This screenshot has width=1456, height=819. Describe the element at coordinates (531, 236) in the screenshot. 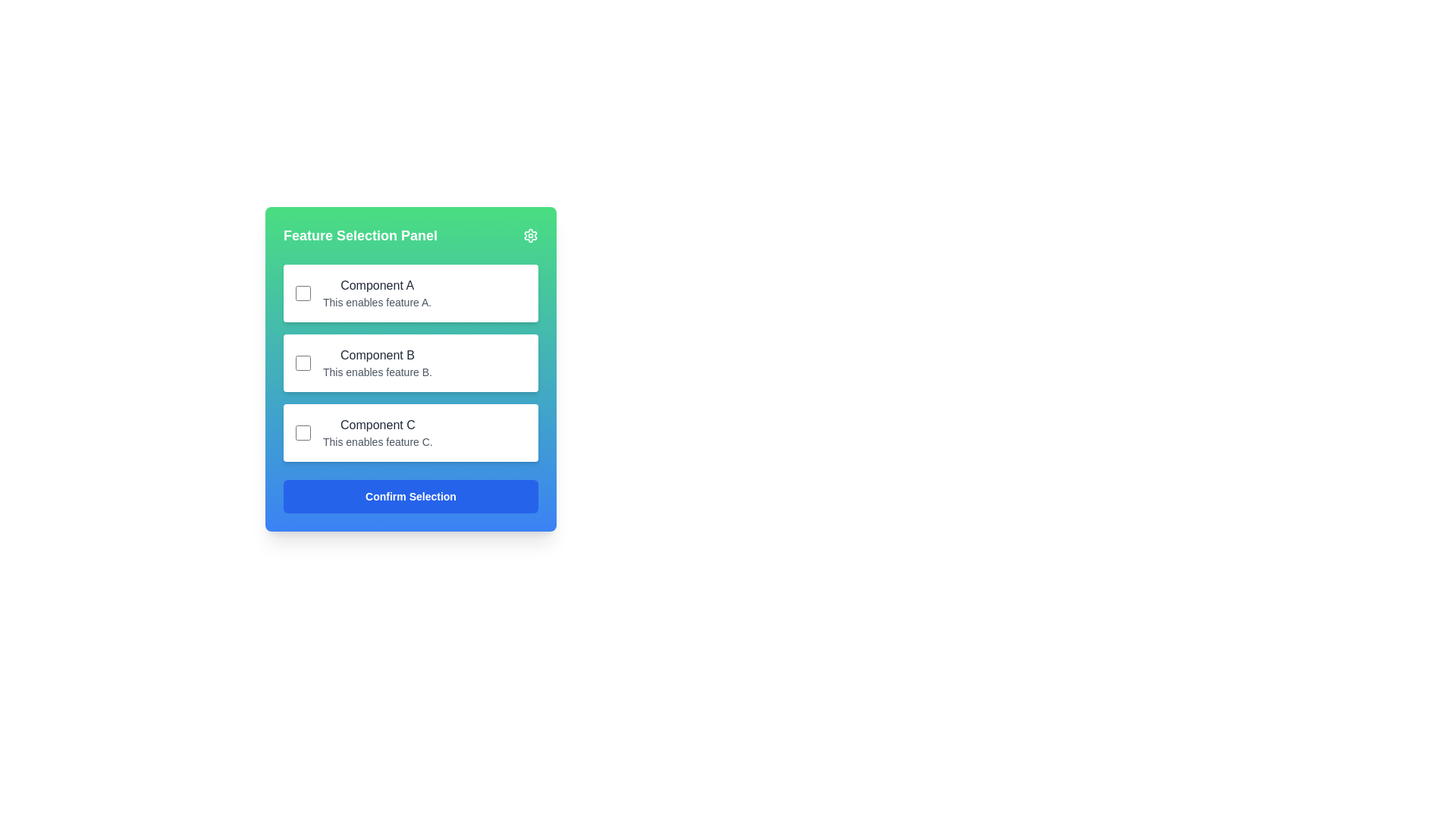

I see `the cogwheel SVG icon located at the upper-right corner of the 'Feature Selection Panel'` at that location.